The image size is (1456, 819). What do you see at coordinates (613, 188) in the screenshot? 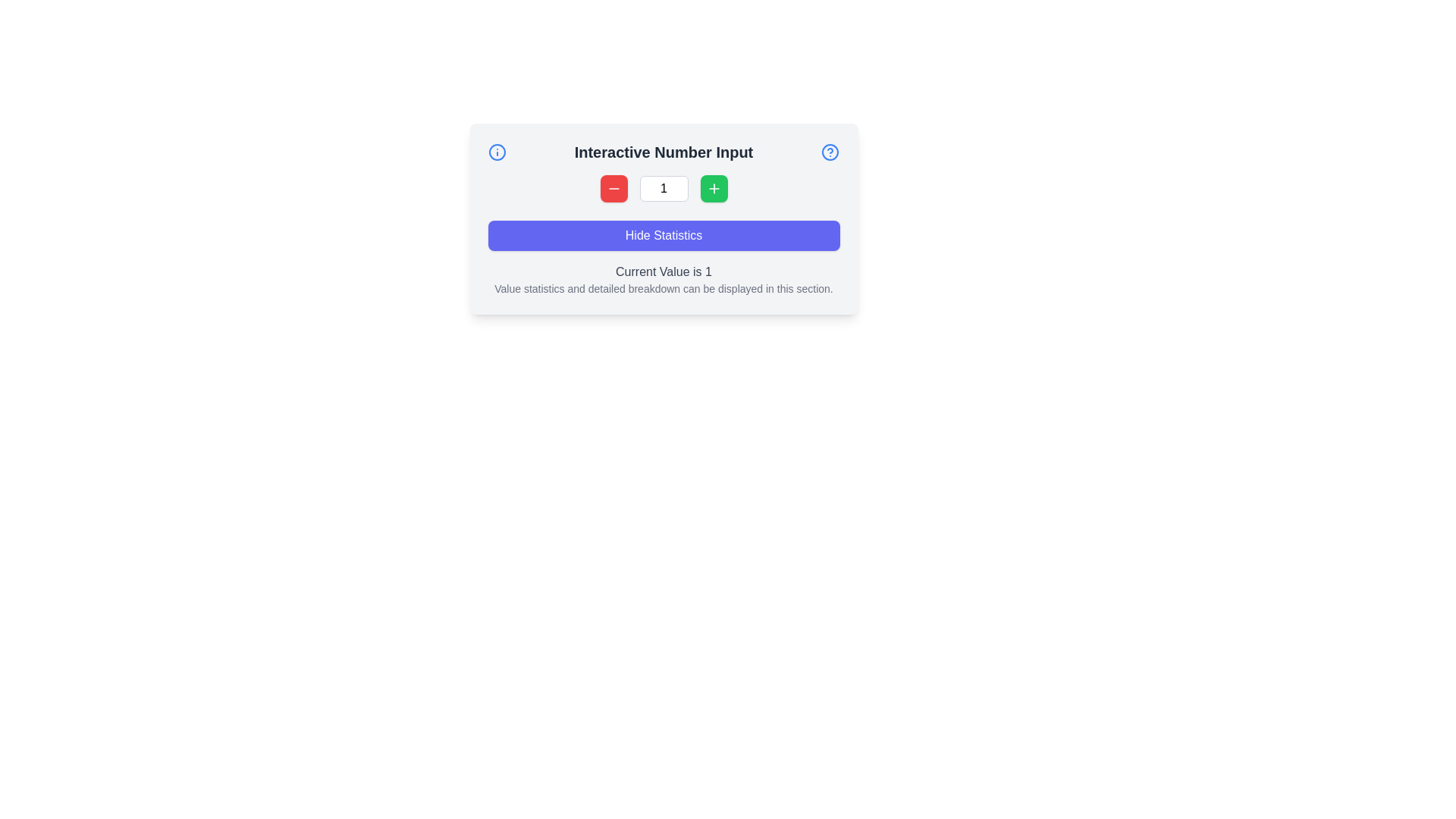
I see `the minus icon located within the red button to the left of the number input field` at bounding box center [613, 188].